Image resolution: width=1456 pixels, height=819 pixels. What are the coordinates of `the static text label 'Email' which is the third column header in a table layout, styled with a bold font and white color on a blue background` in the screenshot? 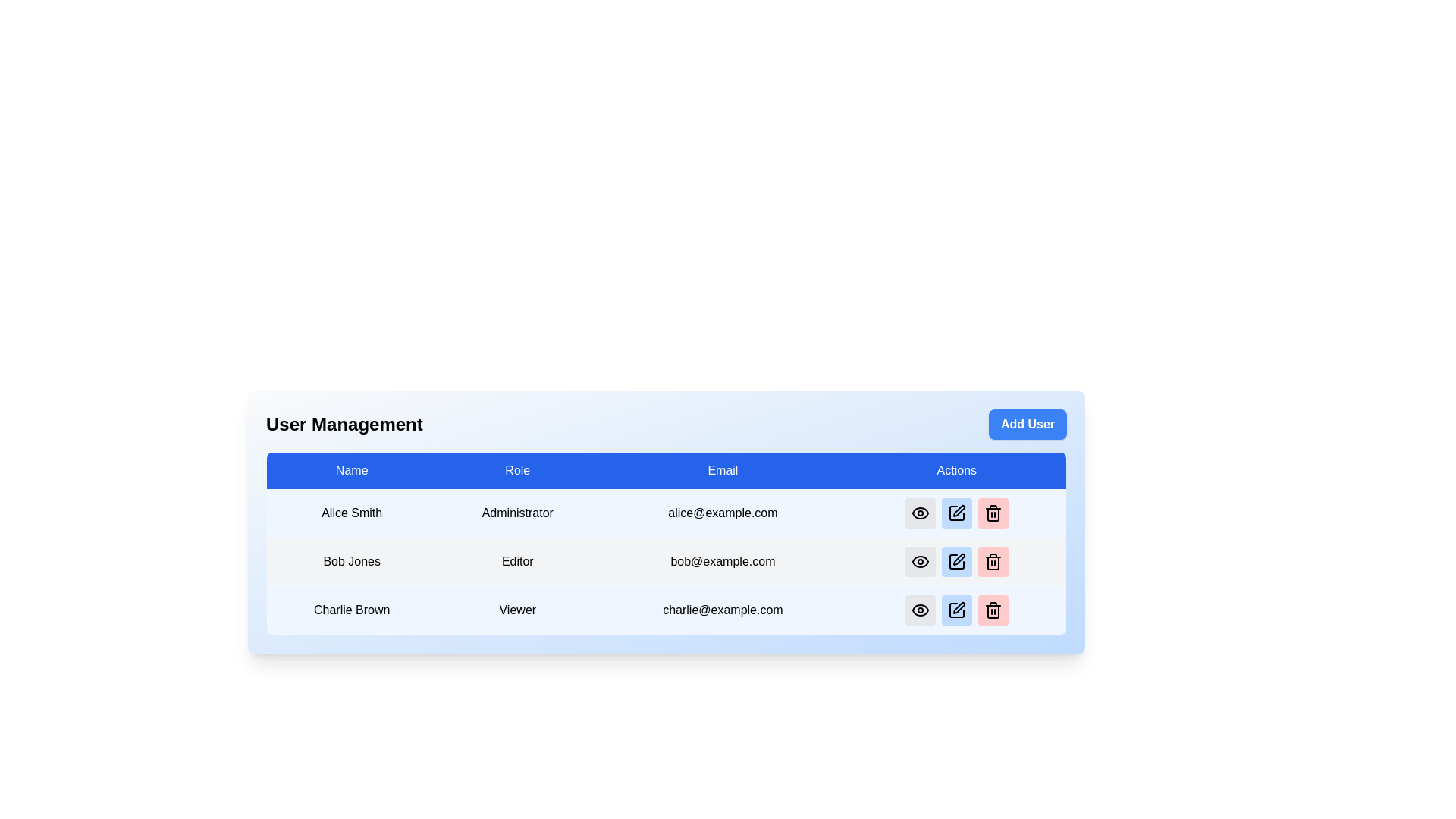 It's located at (722, 469).